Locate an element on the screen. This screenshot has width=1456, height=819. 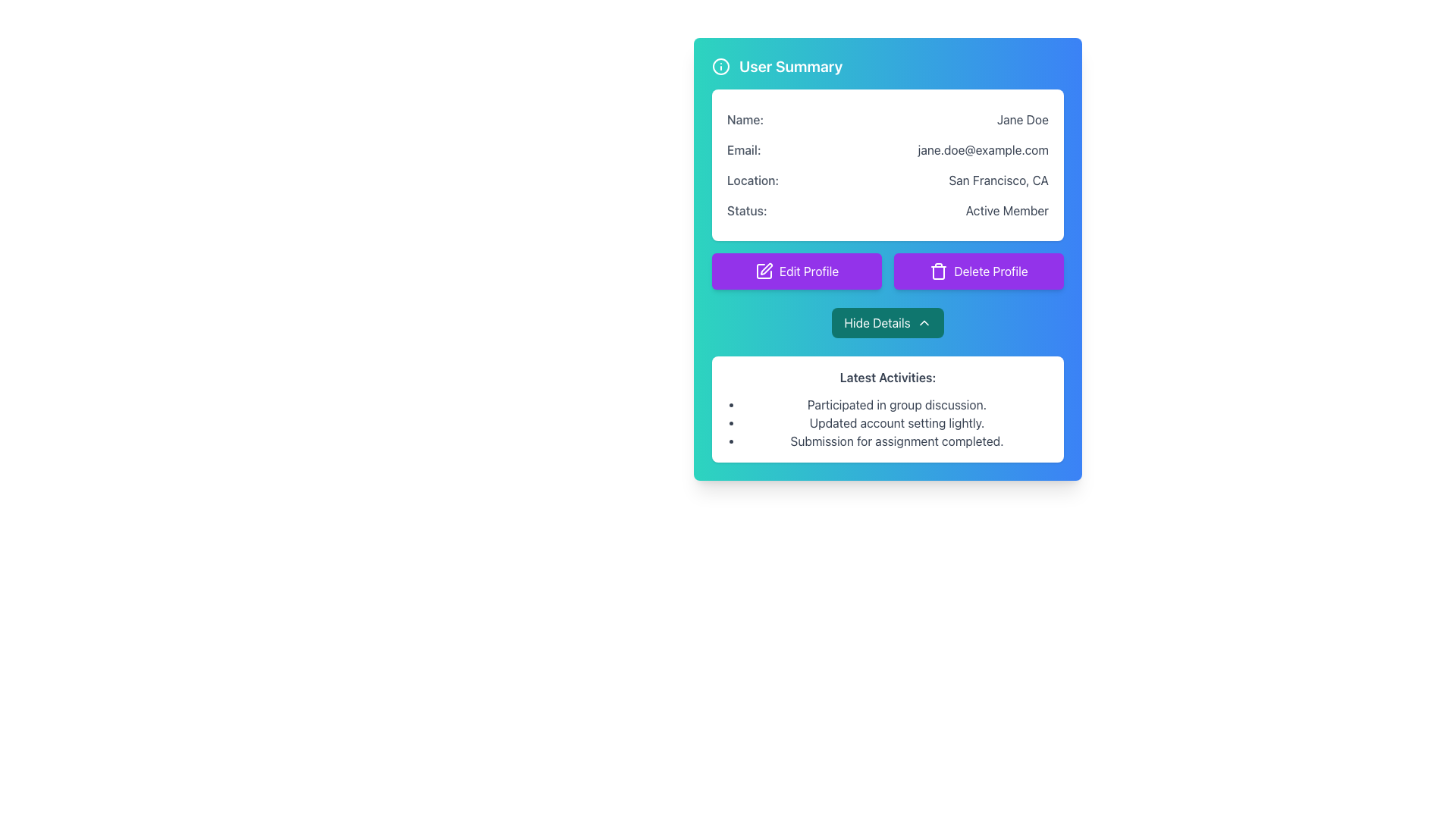
the text label that indicates the subsequent text represents an email address, located in the top-left section of the profile panel is located at coordinates (744, 149).